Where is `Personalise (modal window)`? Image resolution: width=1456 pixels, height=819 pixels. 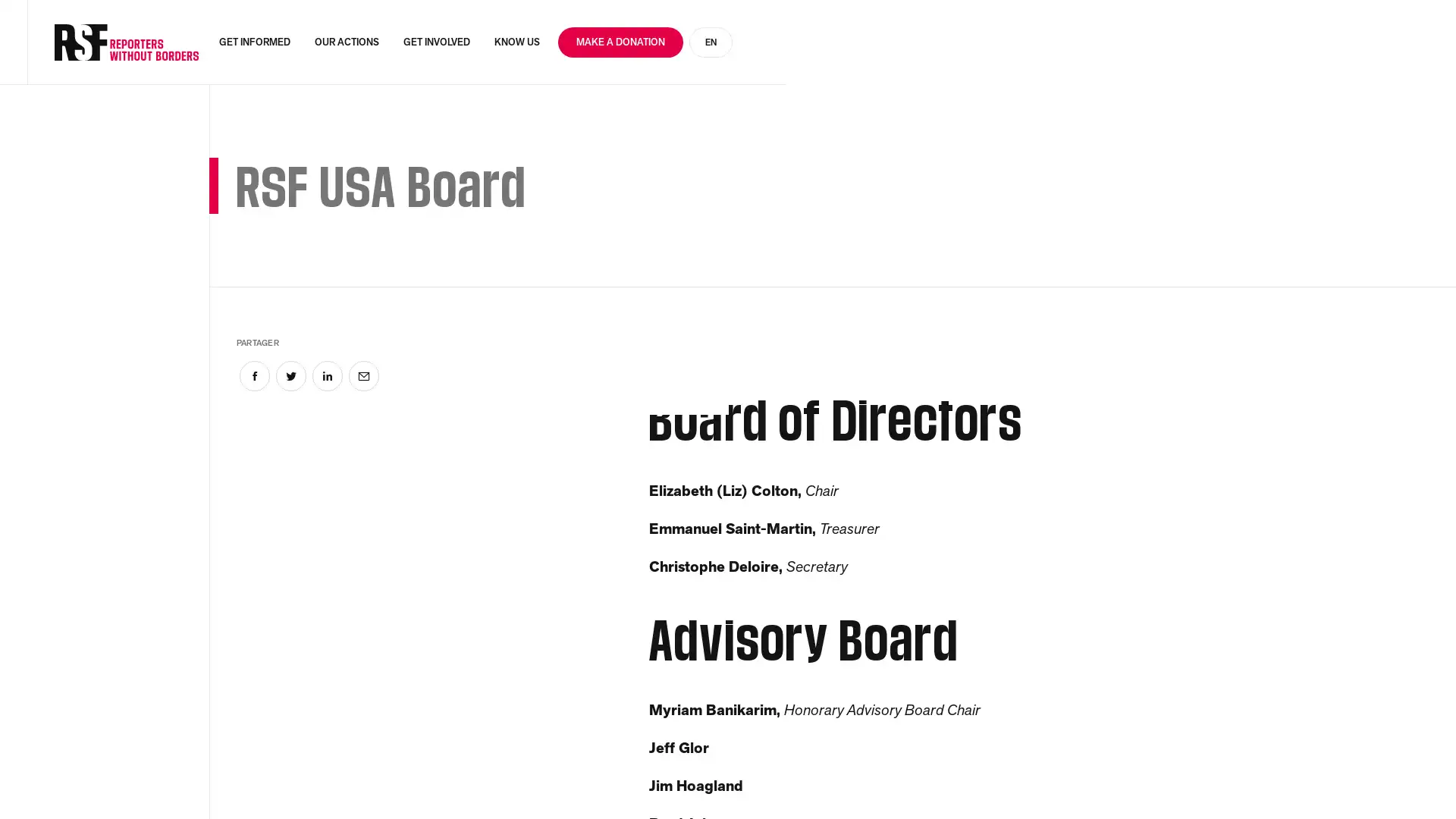 Personalise (modal window) is located at coordinates (1224, 780).